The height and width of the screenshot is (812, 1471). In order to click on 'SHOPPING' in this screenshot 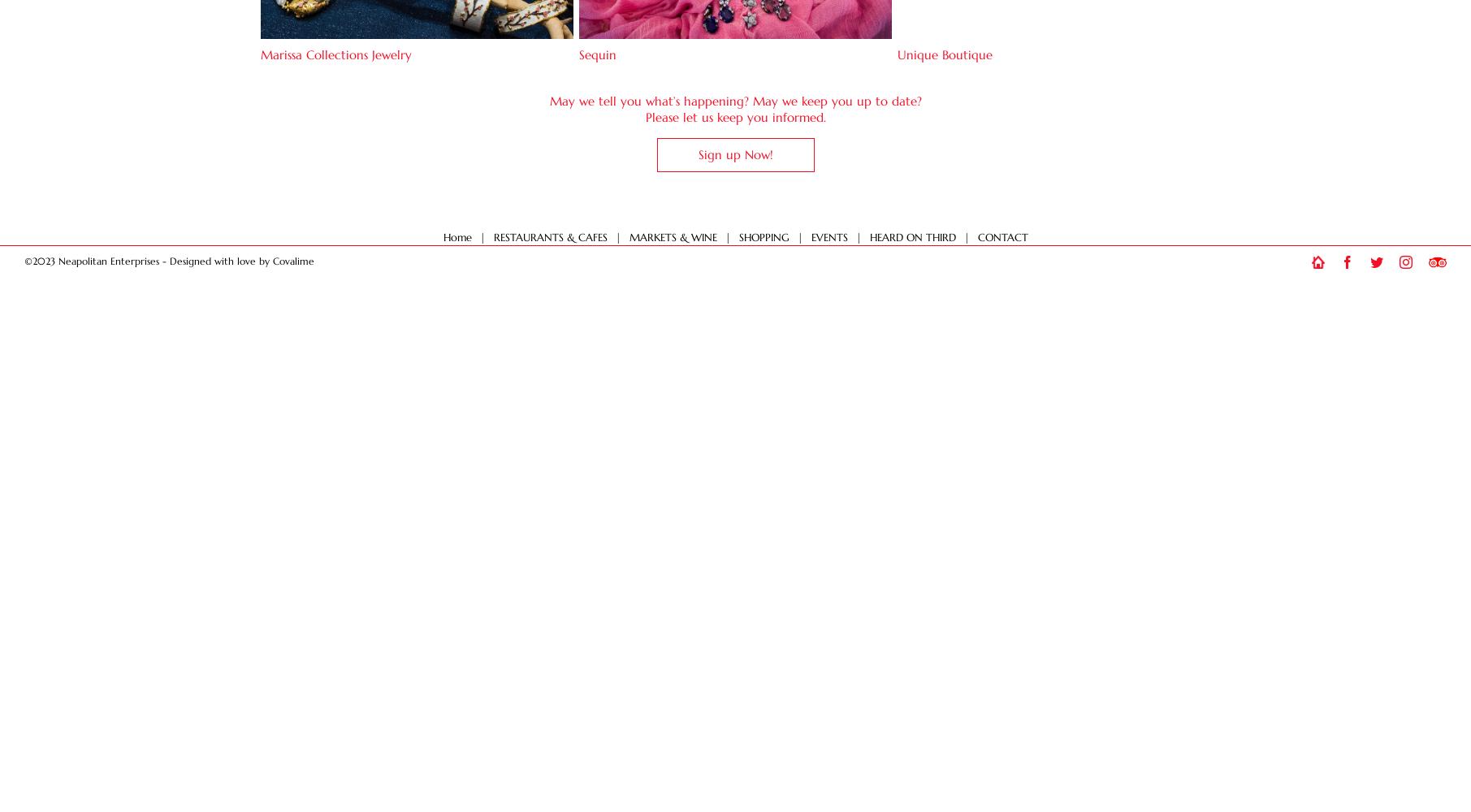, I will do `click(763, 237)`.